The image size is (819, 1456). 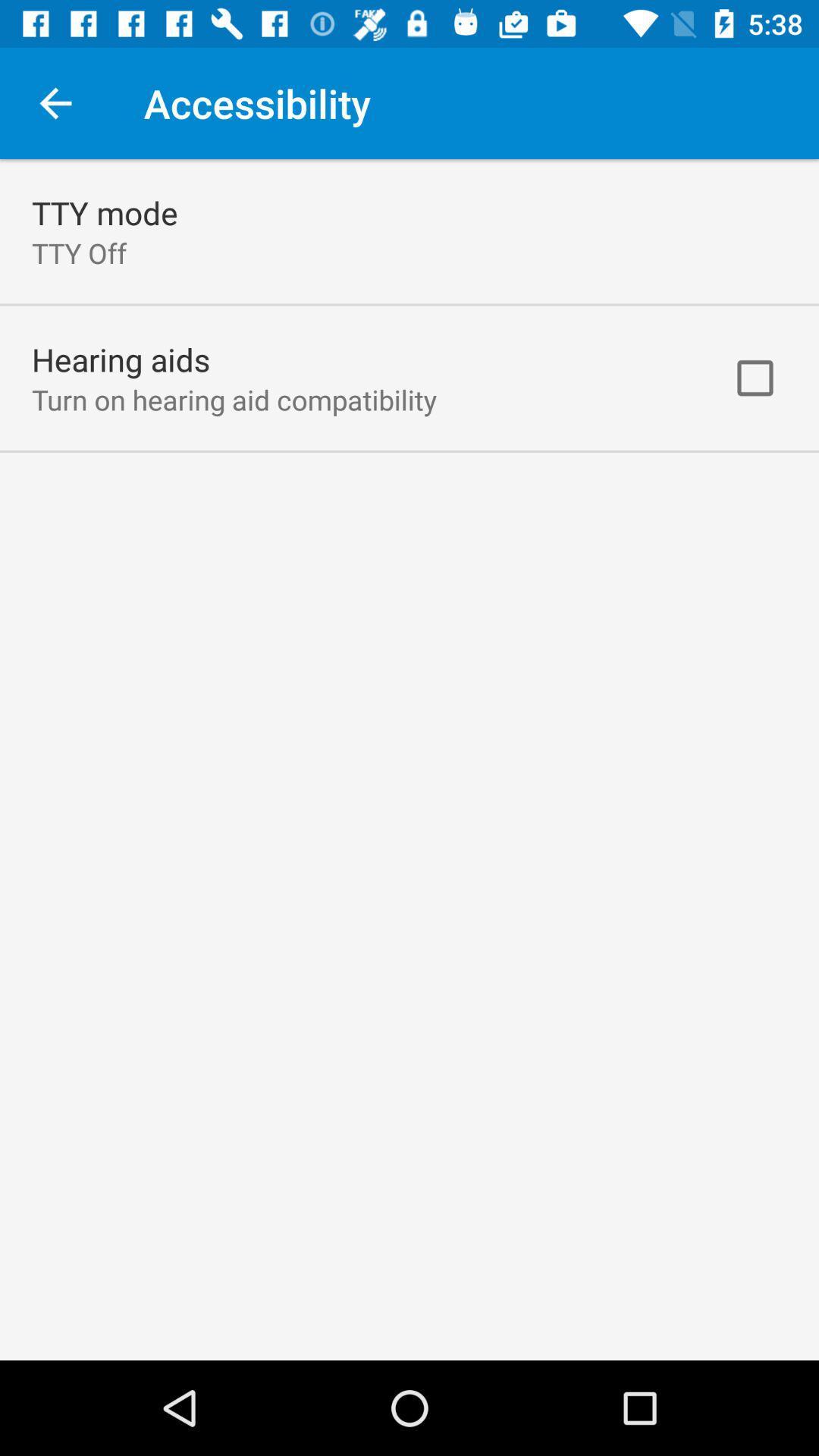 I want to click on turn on hearing icon, so click(x=234, y=400).